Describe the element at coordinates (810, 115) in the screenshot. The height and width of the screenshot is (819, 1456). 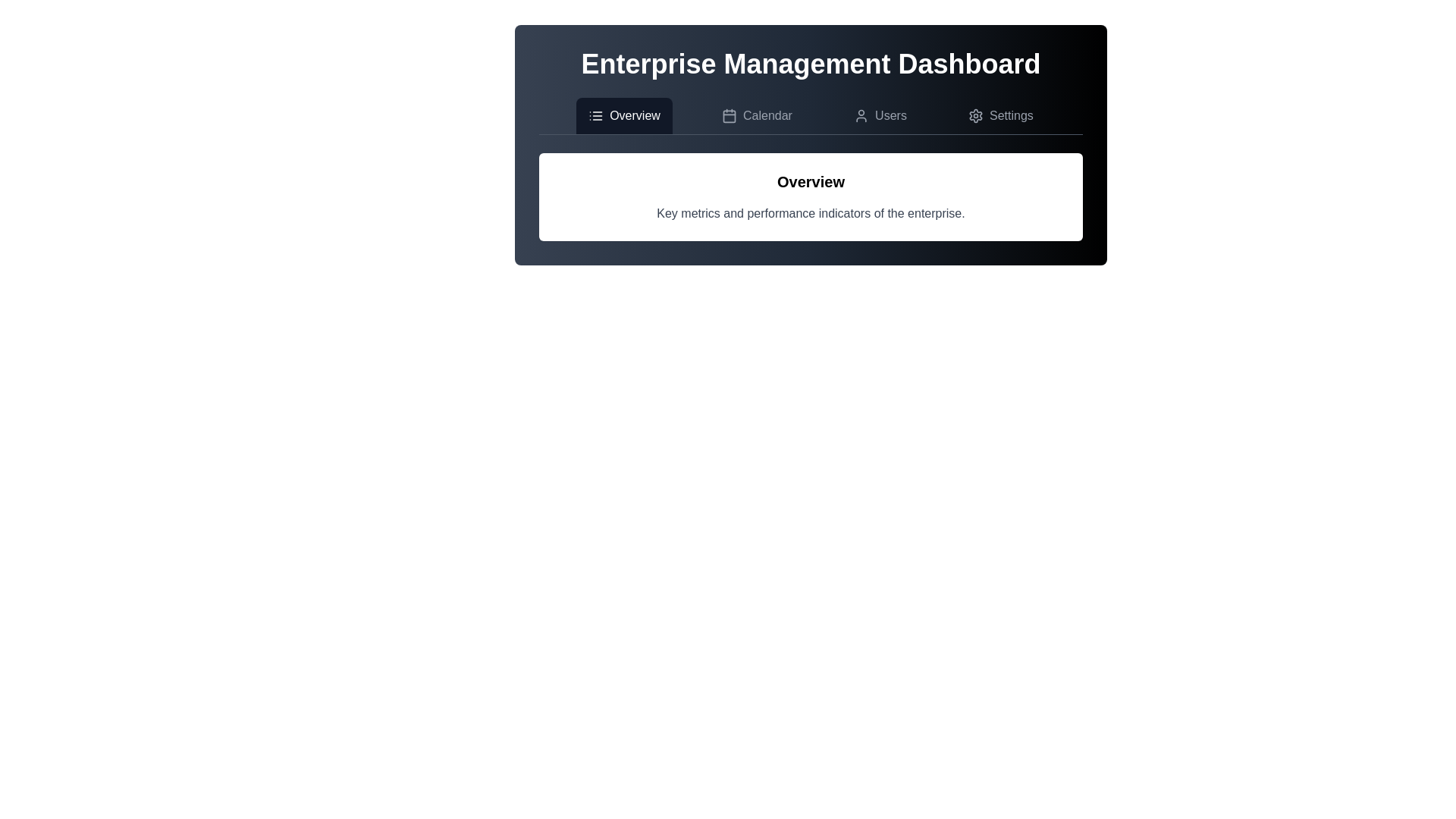
I see `the navigation bar located beneath the 'Enterprise Management Dashboard' title for keyboard navigation` at that location.